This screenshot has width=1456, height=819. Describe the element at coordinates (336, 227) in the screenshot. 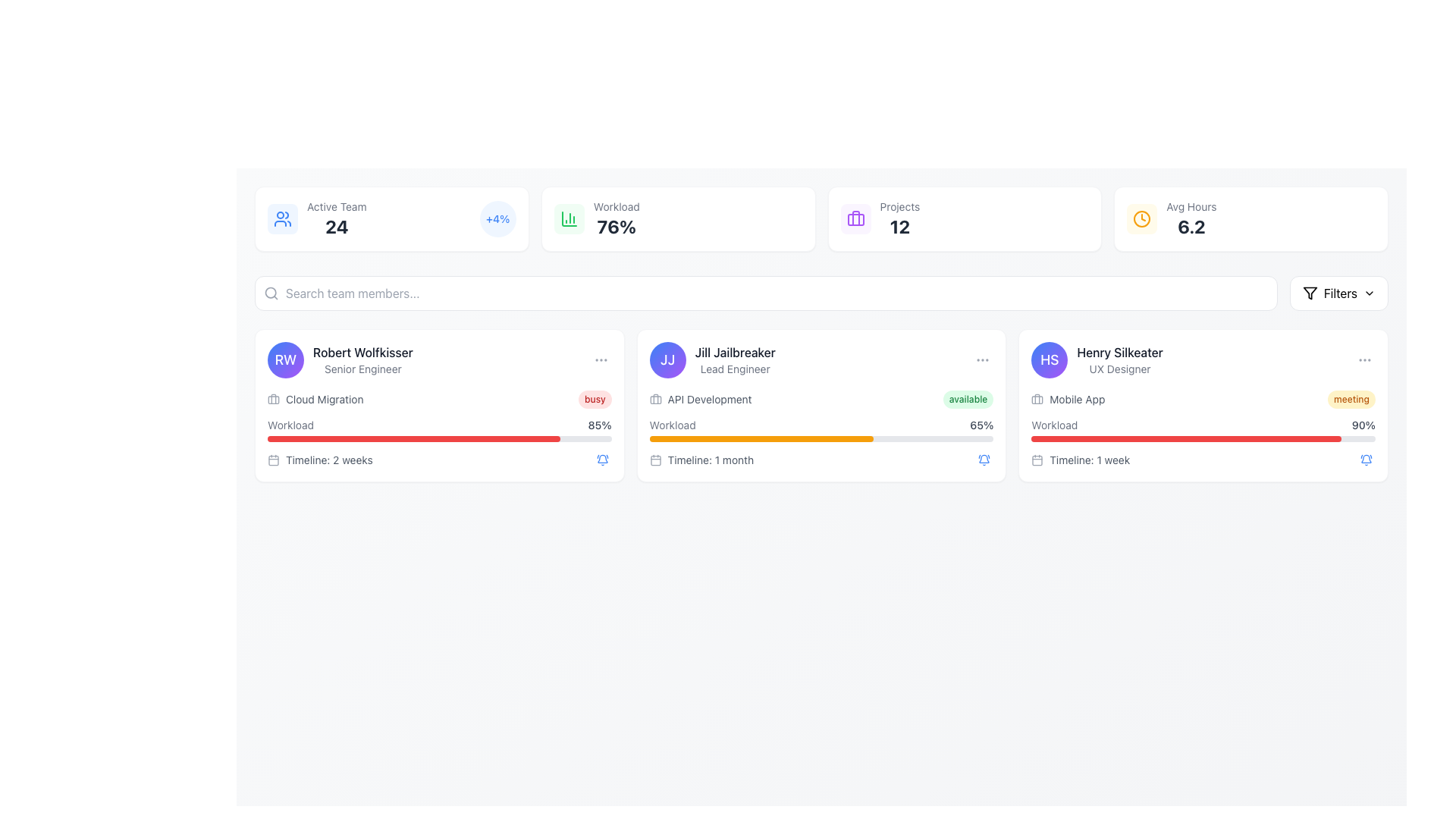

I see `the static text label displaying the bold number '24' located below the 'Active Team' label in the dashboard interface` at that location.